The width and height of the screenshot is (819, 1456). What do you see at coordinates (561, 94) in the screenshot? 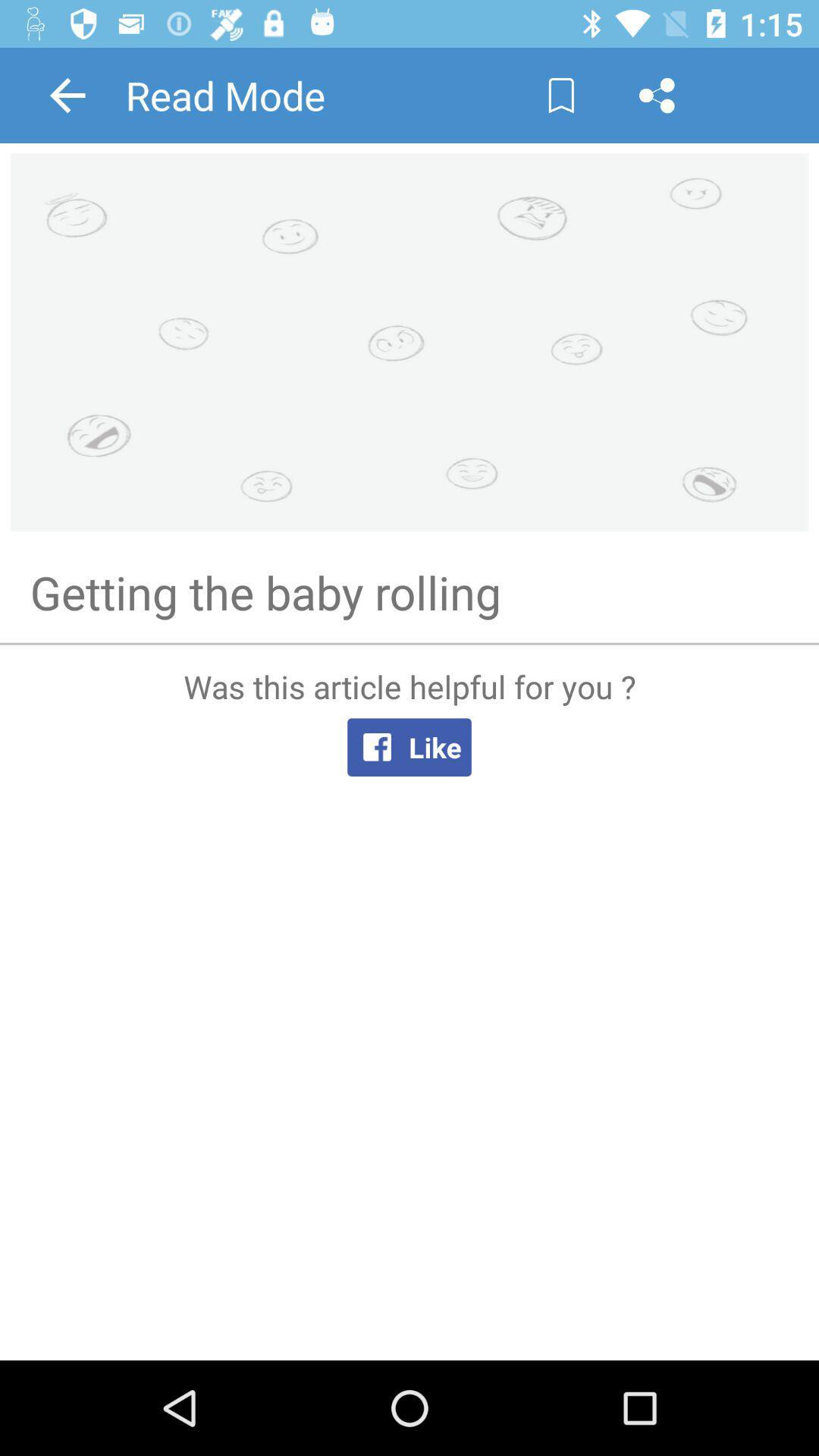
I see `page` at bounding box center [561, 94].